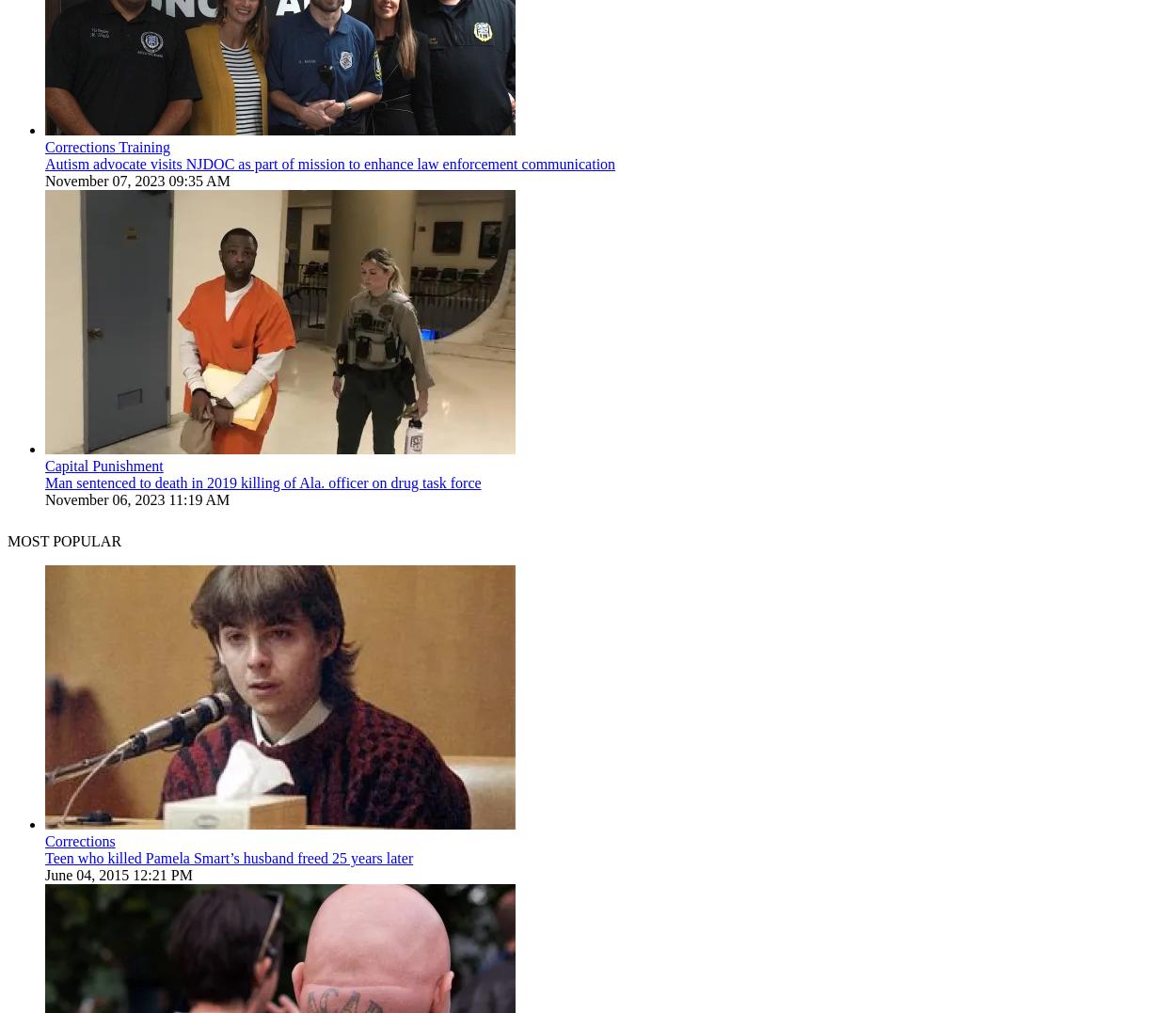  Describe the element at coordinates (44, 874) in the screenshot. I see `'June 04, 2015 12:21 PM'` at that location.